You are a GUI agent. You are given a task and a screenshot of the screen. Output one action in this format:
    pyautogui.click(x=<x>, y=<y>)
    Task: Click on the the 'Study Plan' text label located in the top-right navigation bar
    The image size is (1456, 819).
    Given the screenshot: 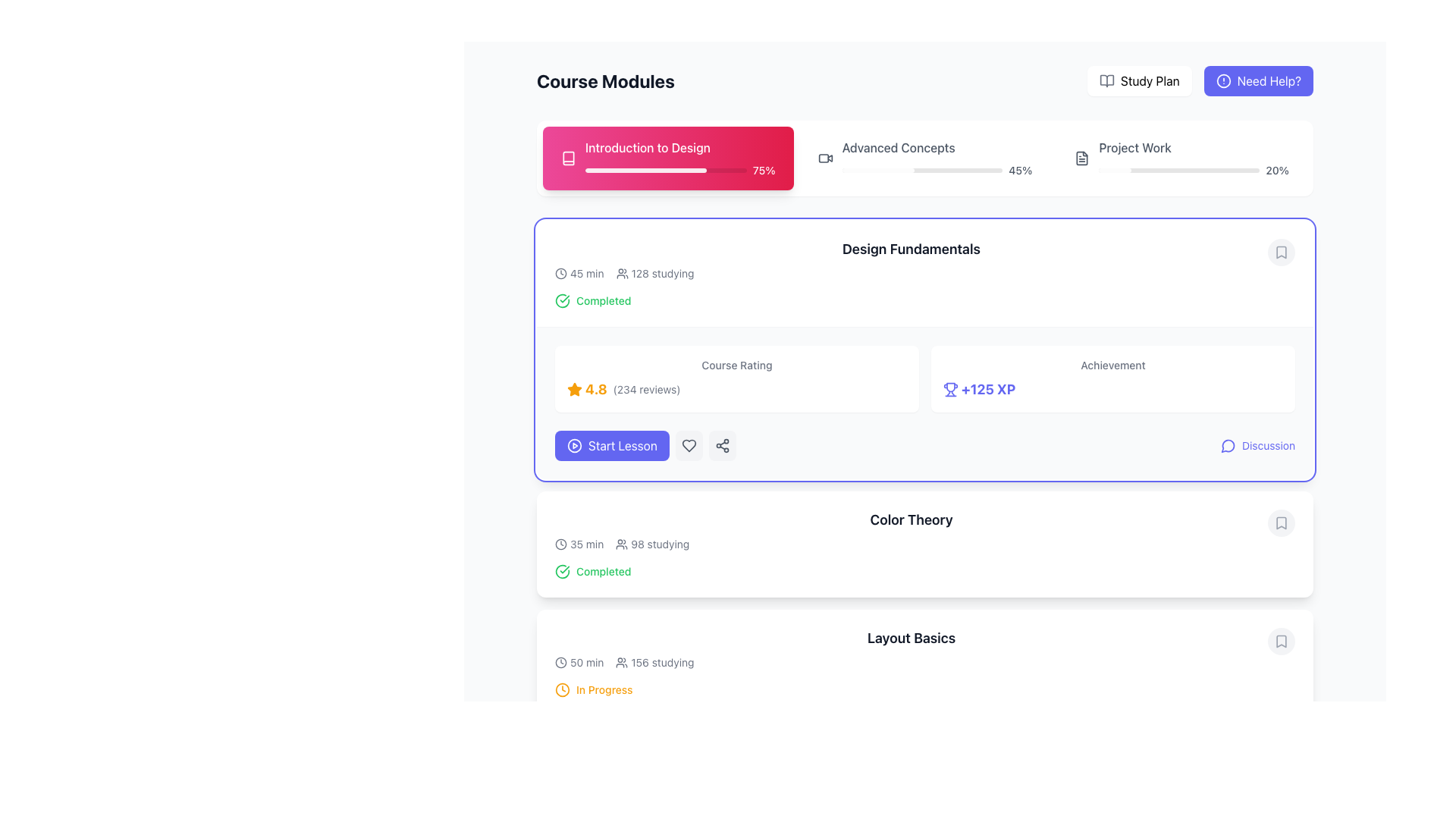 What is the action you would take?
    pyautogui.click(x=1150, y=81)
    